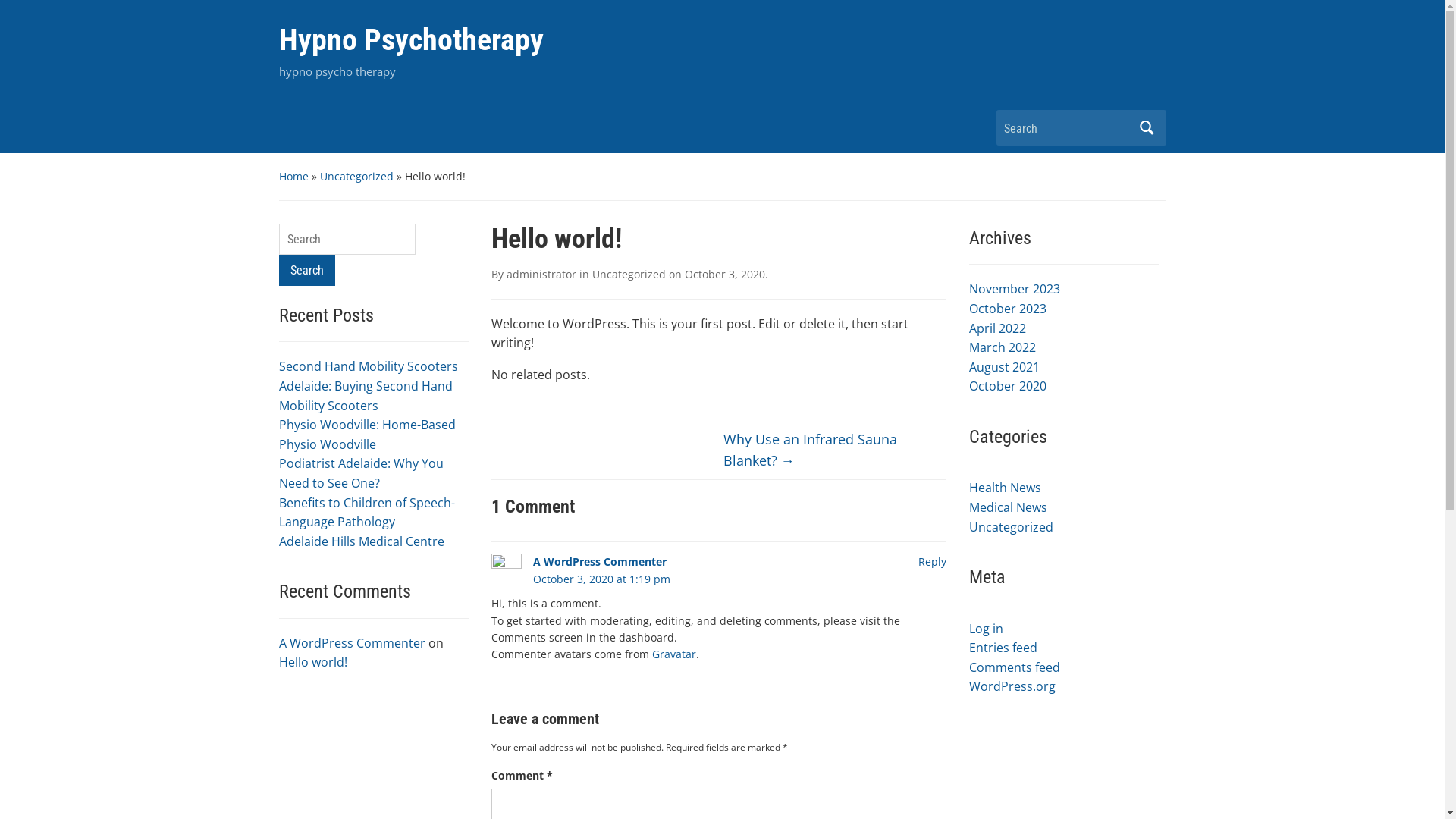  I want to click on 'Physio Woodville: Home-Based Physio Woodville', so click(367, 435).